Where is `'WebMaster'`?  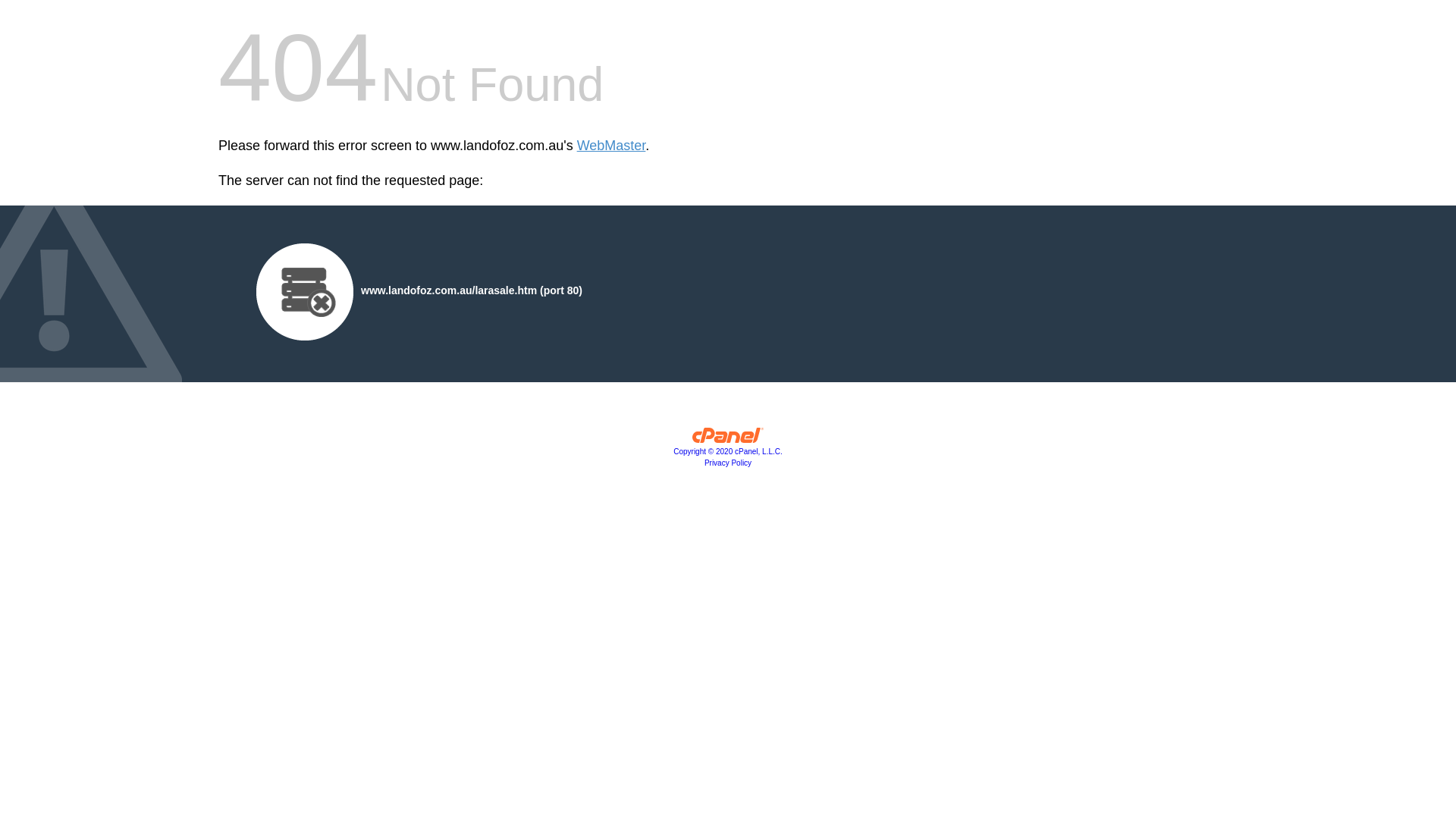 'WebMaster' is located at coordinates (611, 146).